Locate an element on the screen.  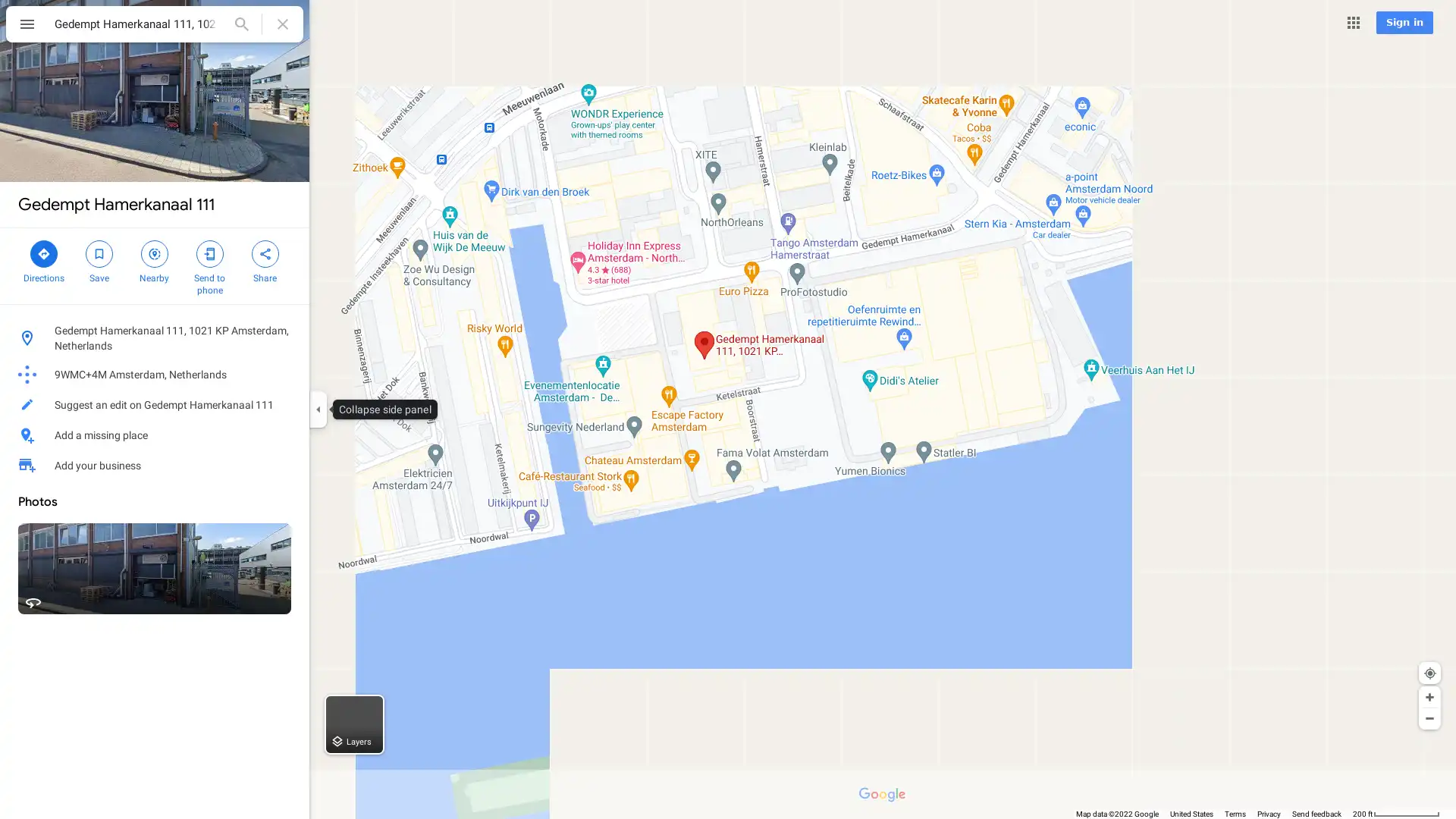
Zoom out is located at coordinates (1429, 767).